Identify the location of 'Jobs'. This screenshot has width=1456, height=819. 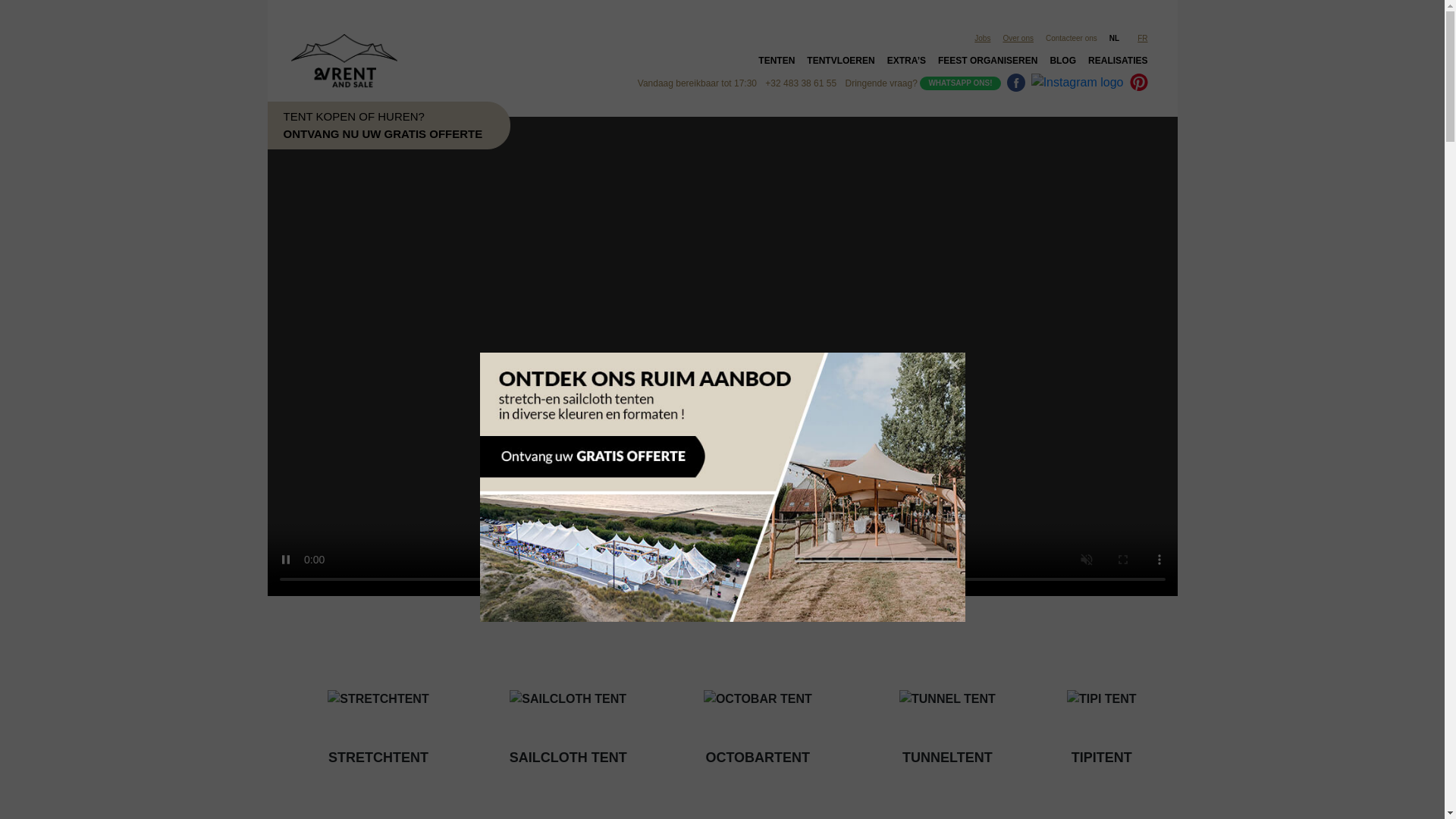
(982, 37).